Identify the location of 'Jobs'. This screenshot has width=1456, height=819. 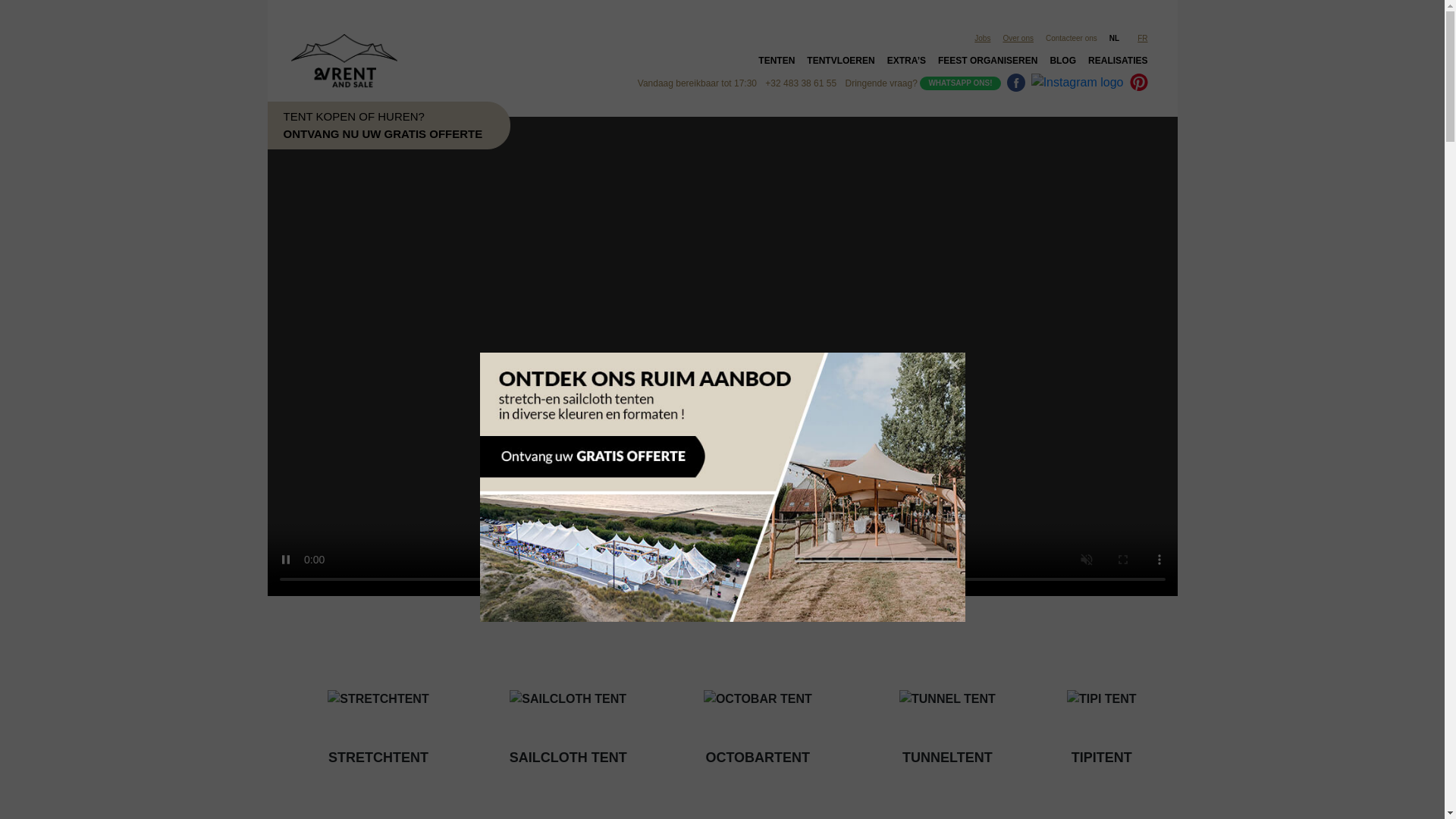
(982, 37).